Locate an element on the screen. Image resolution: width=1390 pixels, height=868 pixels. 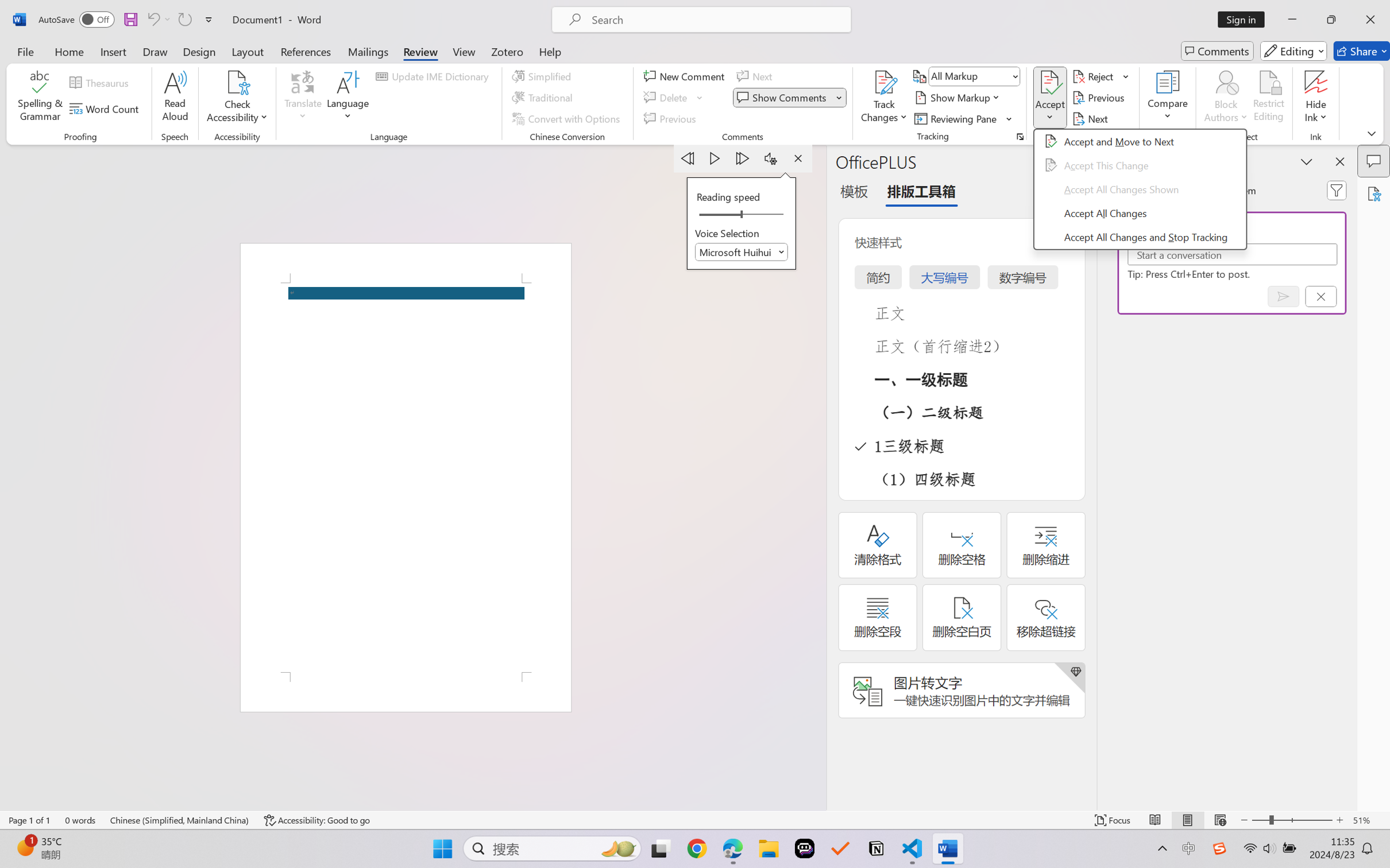
'Restrict Editing' is located at coordinates (1268, 98).